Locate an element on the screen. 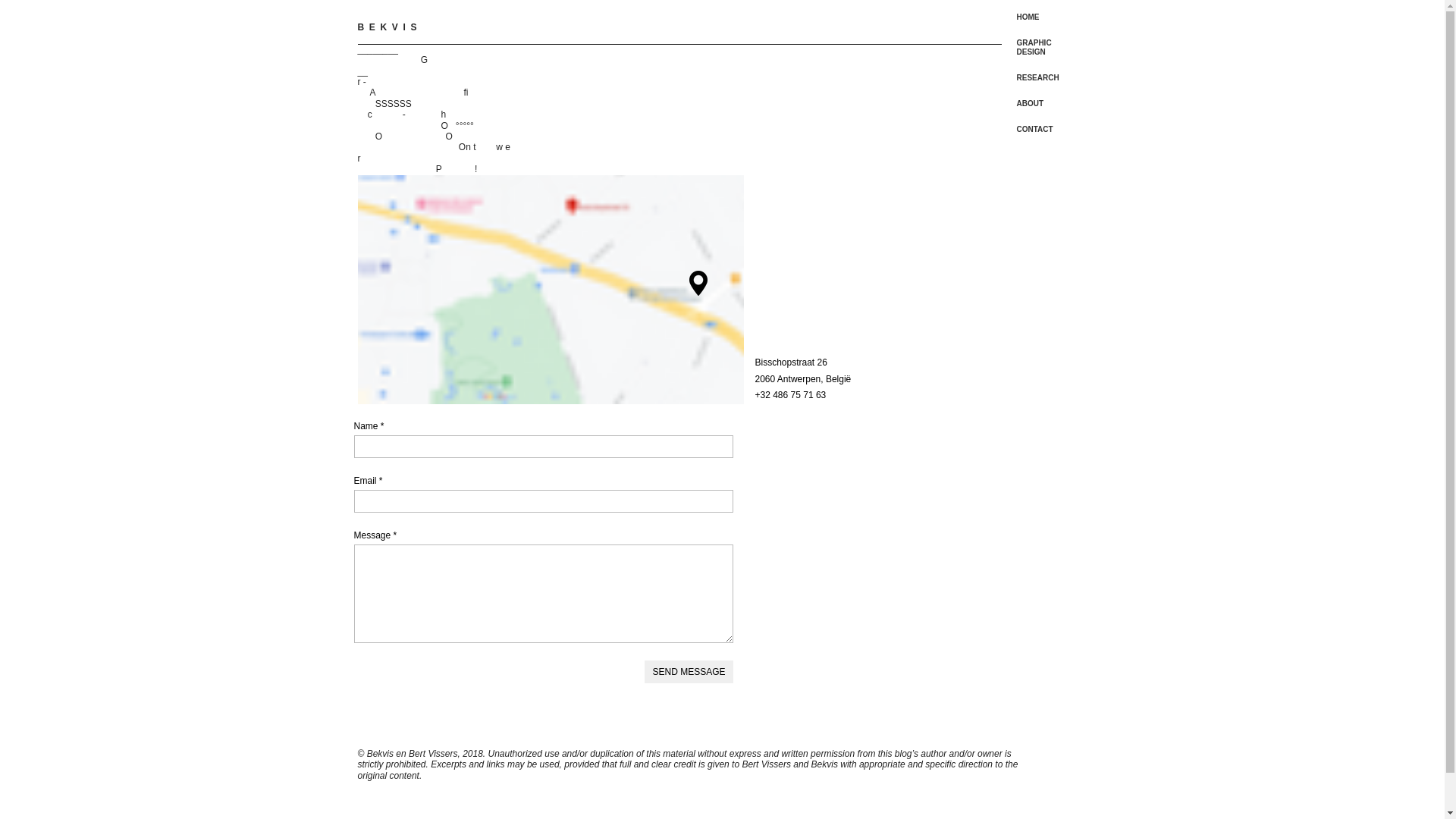 Image resolution: width=1456 pixels, height=819 pixels. 'CONTACT' is located at coordinates (1001, 128).